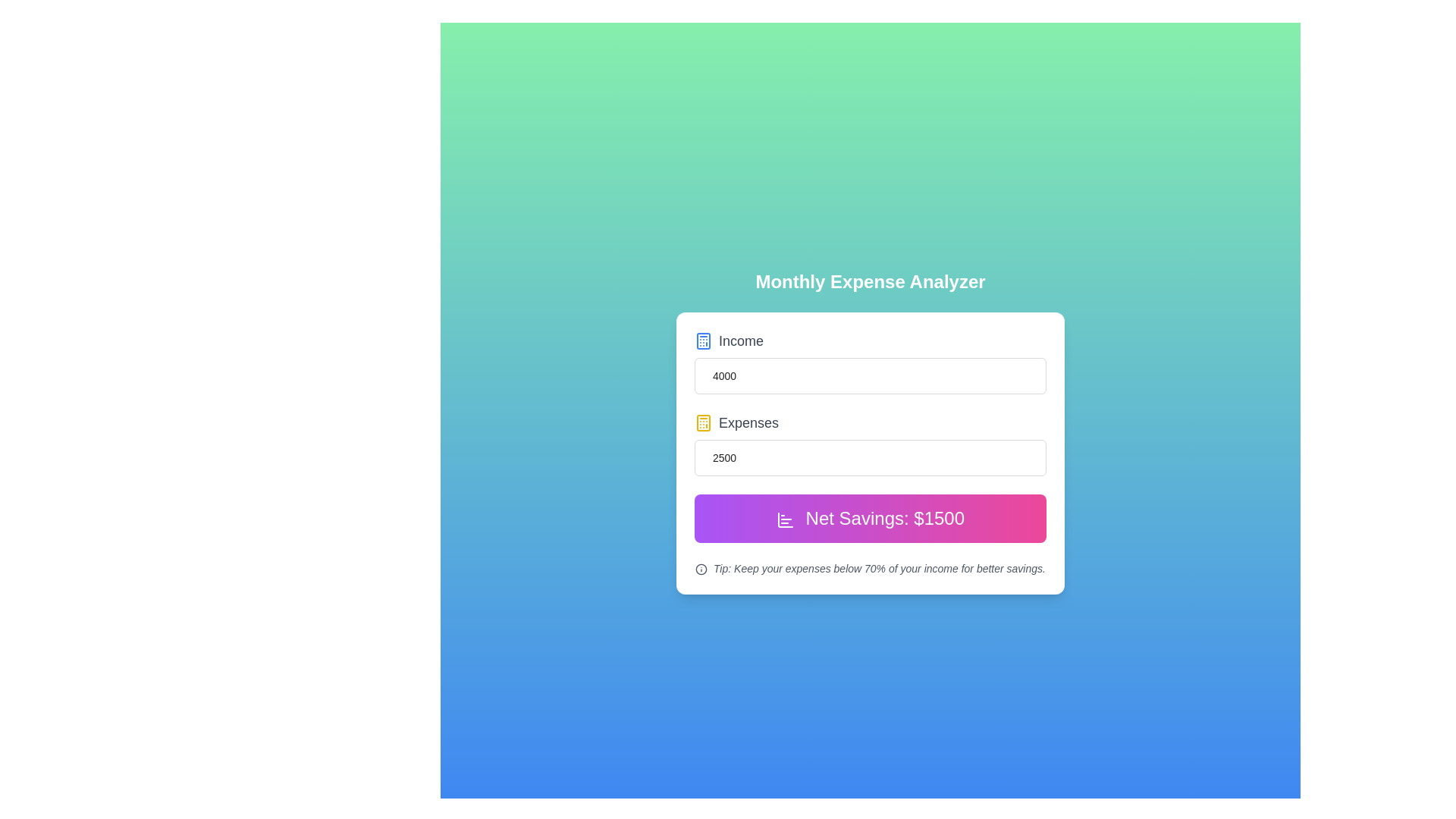 This screenshot has width=1456, height=819. What do you see at coordinates (702, 341) in the screenshot?
I see `the small blue calculator icon located to the left of the 'Income' text in the form's input section` at bounding box center [702, 341].